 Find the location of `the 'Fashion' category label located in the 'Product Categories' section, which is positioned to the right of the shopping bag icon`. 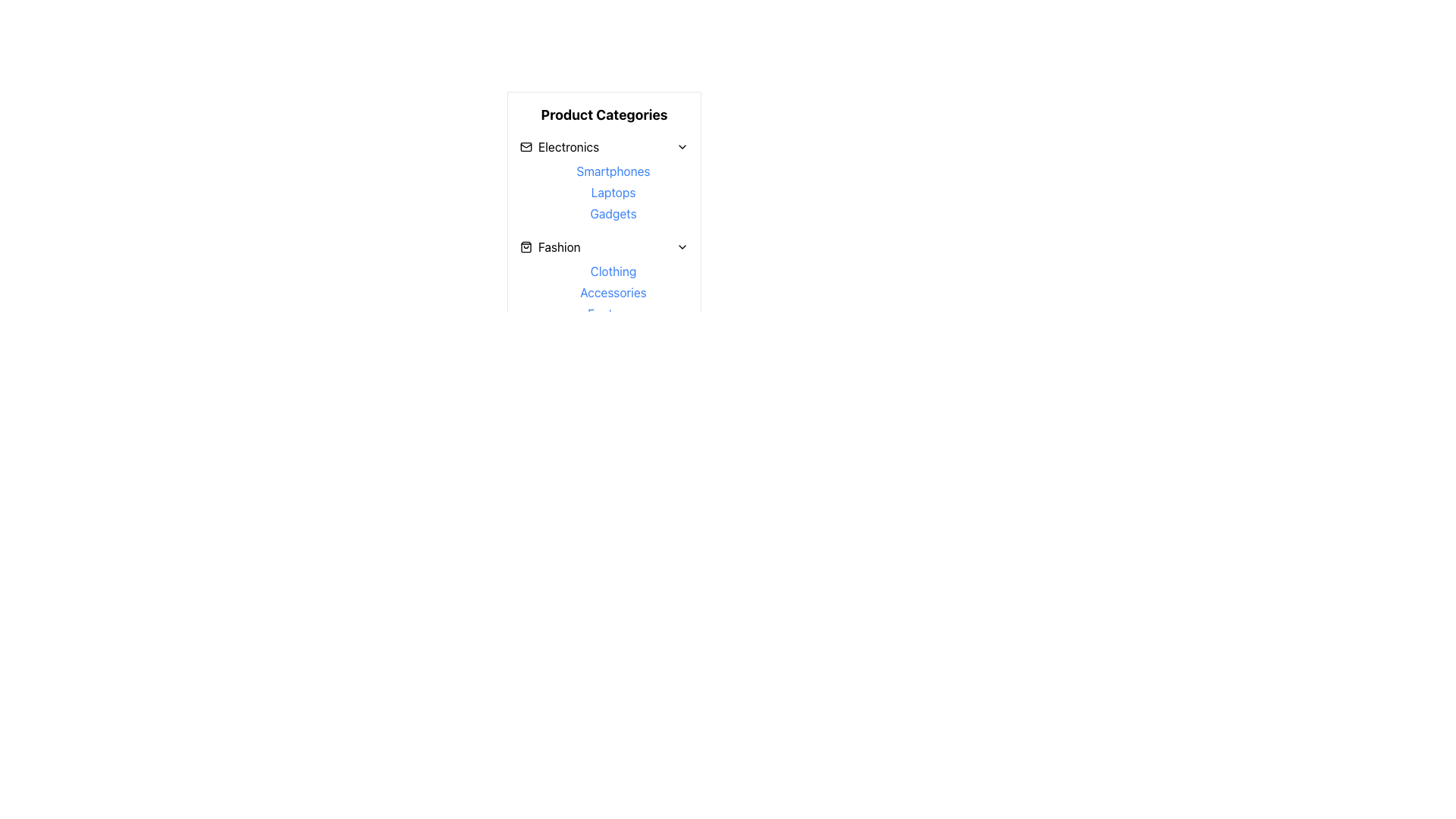

the 'Fashion' category label located in the 'Product Categories' section, which is positioned to the right of the shopping bag icon is located at coordinates (558, 246).